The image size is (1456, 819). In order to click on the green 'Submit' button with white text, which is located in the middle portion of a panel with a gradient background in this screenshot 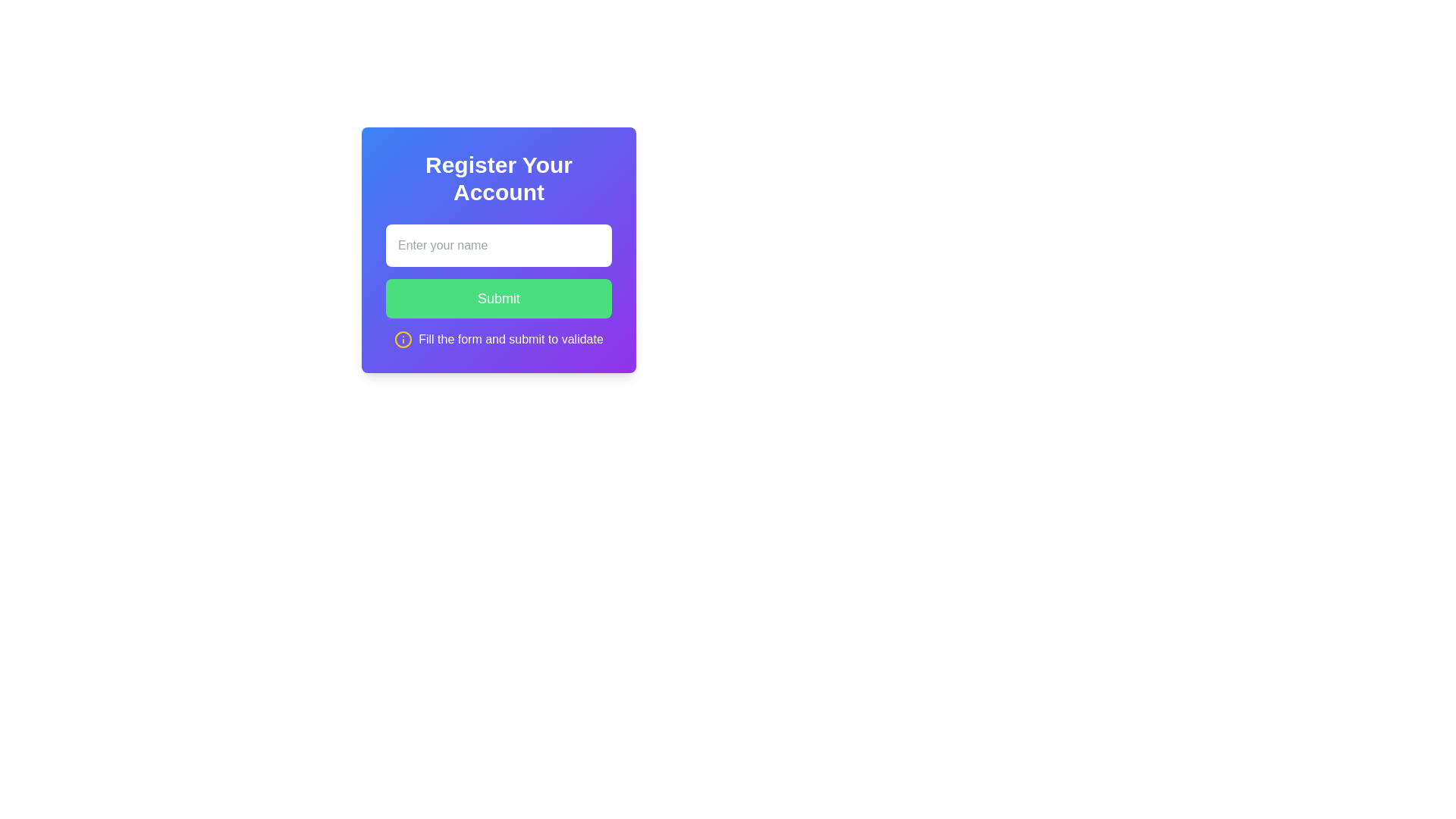, I will do `click(498, 298)`.